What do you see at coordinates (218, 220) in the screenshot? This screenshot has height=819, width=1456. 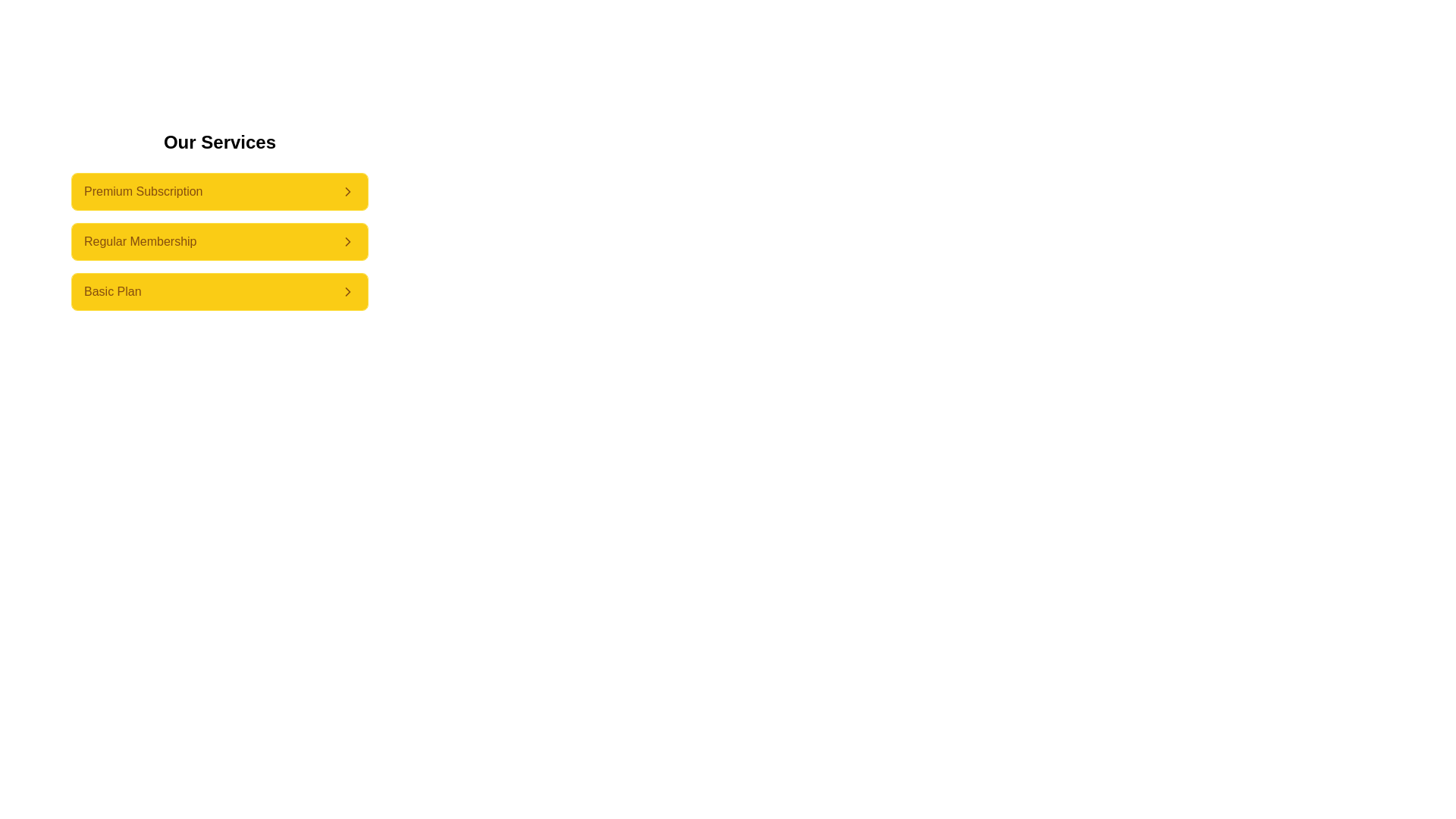 I see `the 'Regular Membership' button located in the 'Our Services' section` at bounding box center [218, 220].